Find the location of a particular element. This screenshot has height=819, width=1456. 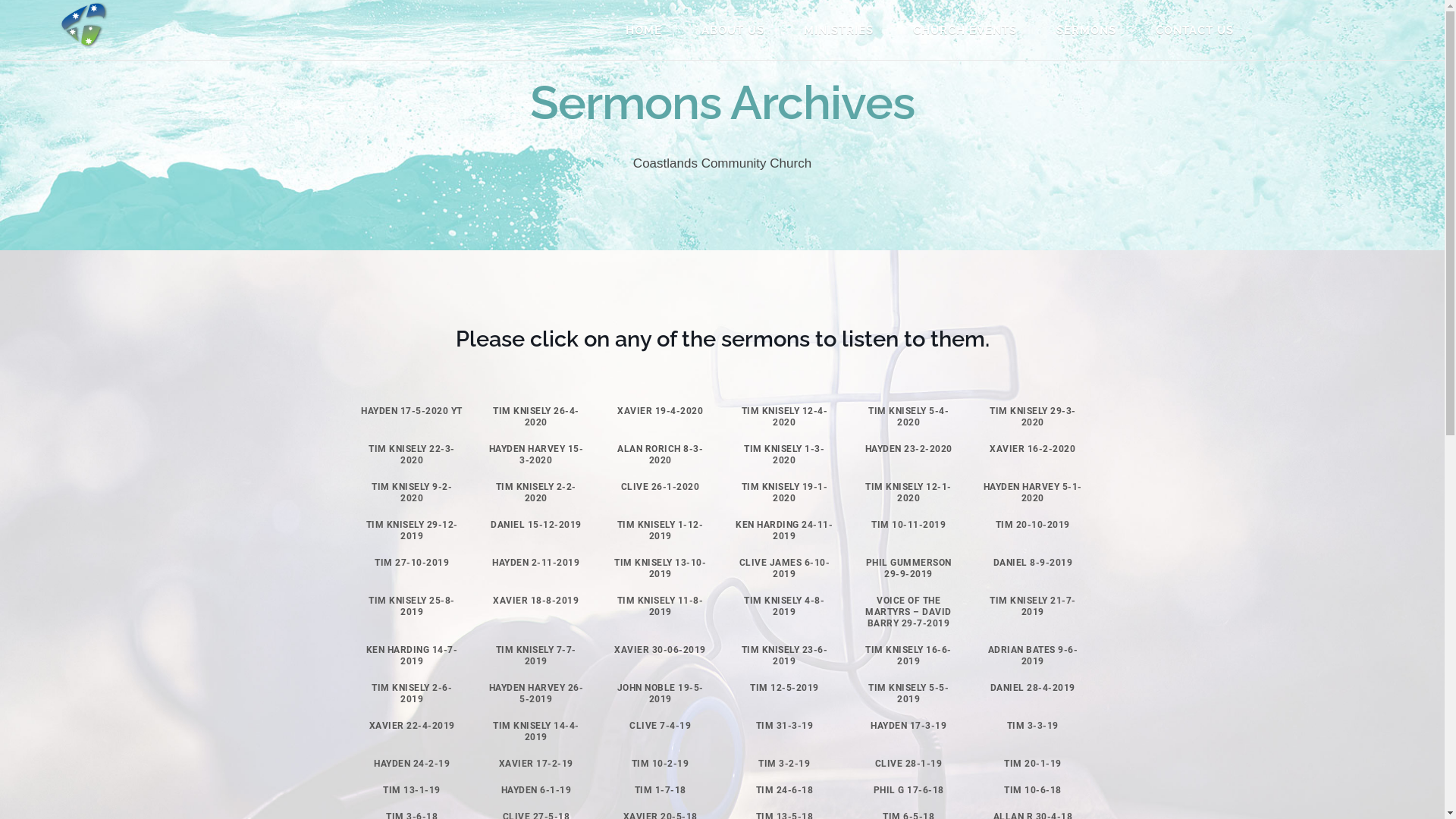

'TIM KNISELY 4-8-2019' is located at coordinates (783, 605).